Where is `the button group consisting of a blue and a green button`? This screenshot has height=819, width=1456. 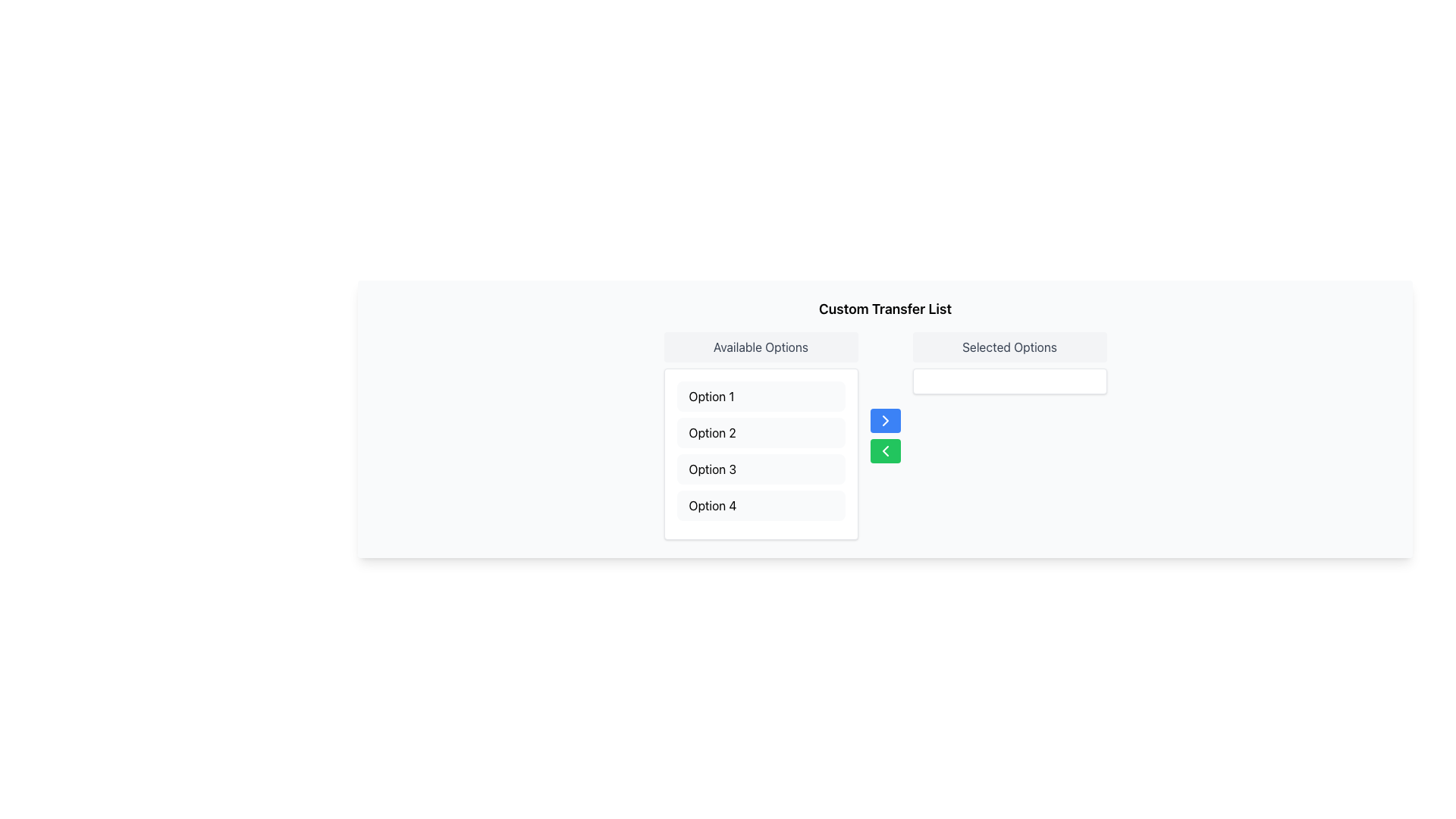
the button group consisting of a blue and a green button is located at coordinates (885, 435).